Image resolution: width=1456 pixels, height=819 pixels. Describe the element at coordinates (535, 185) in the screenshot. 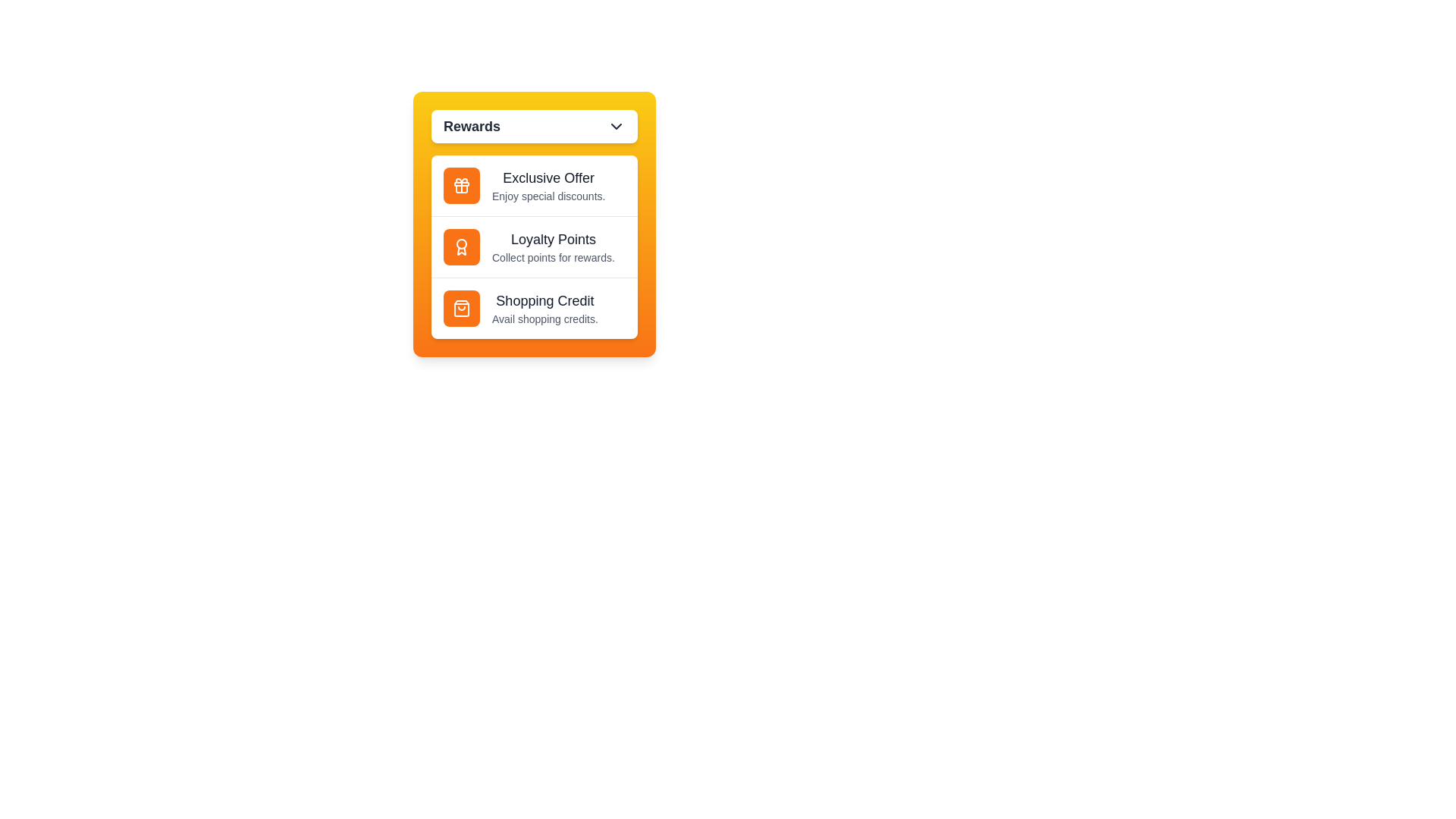

I see `the first informational card in the rewards section, which features a bold 'Exclusive Offer' text and an orange gift icon` at that location.